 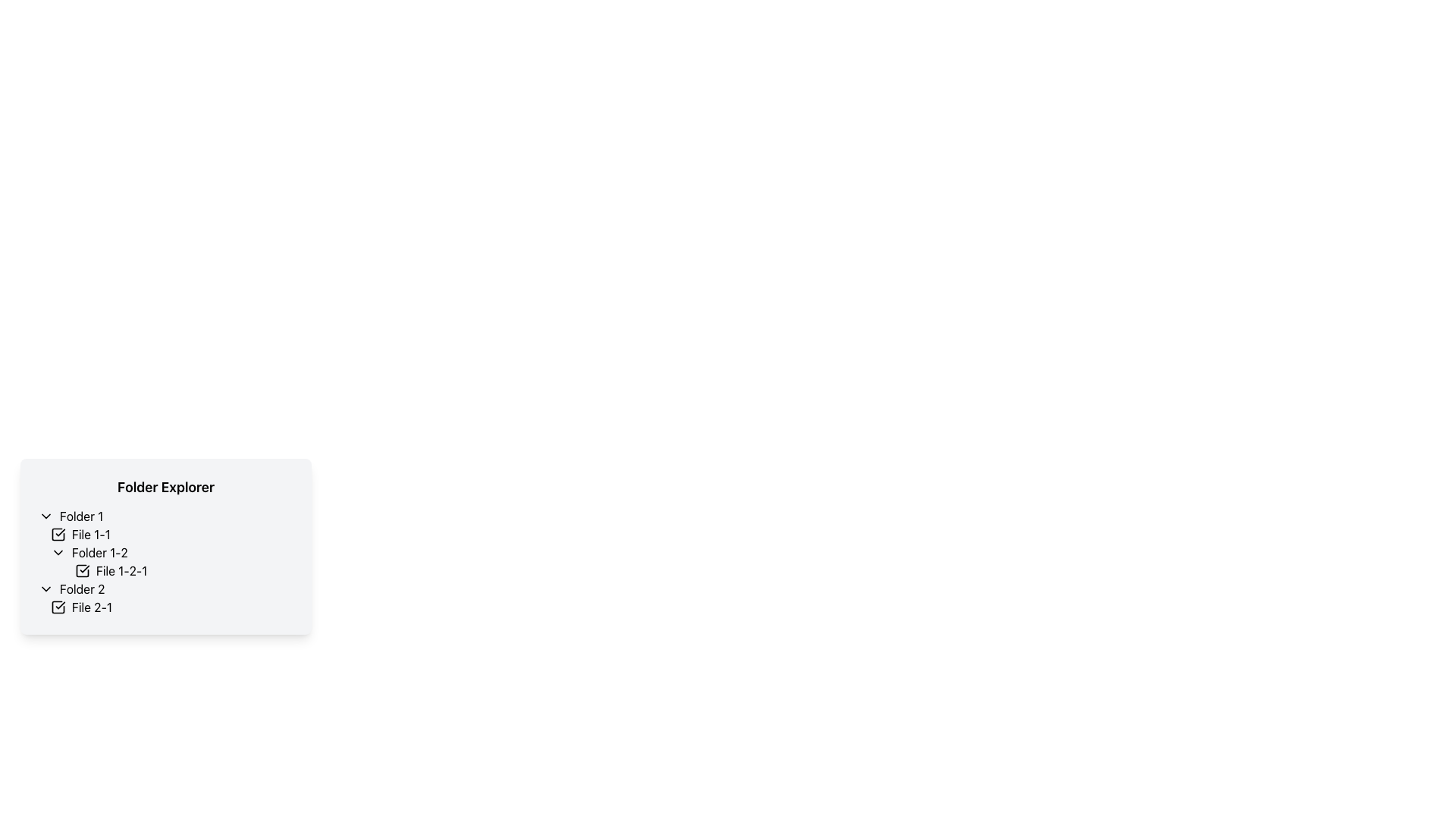 I want to click on the text label that describes the file item located to the right of the checkbox-like icon within the second-level folder (Folder 1-2) under the first main folder (Folder 1), so click(x=121, y=570).